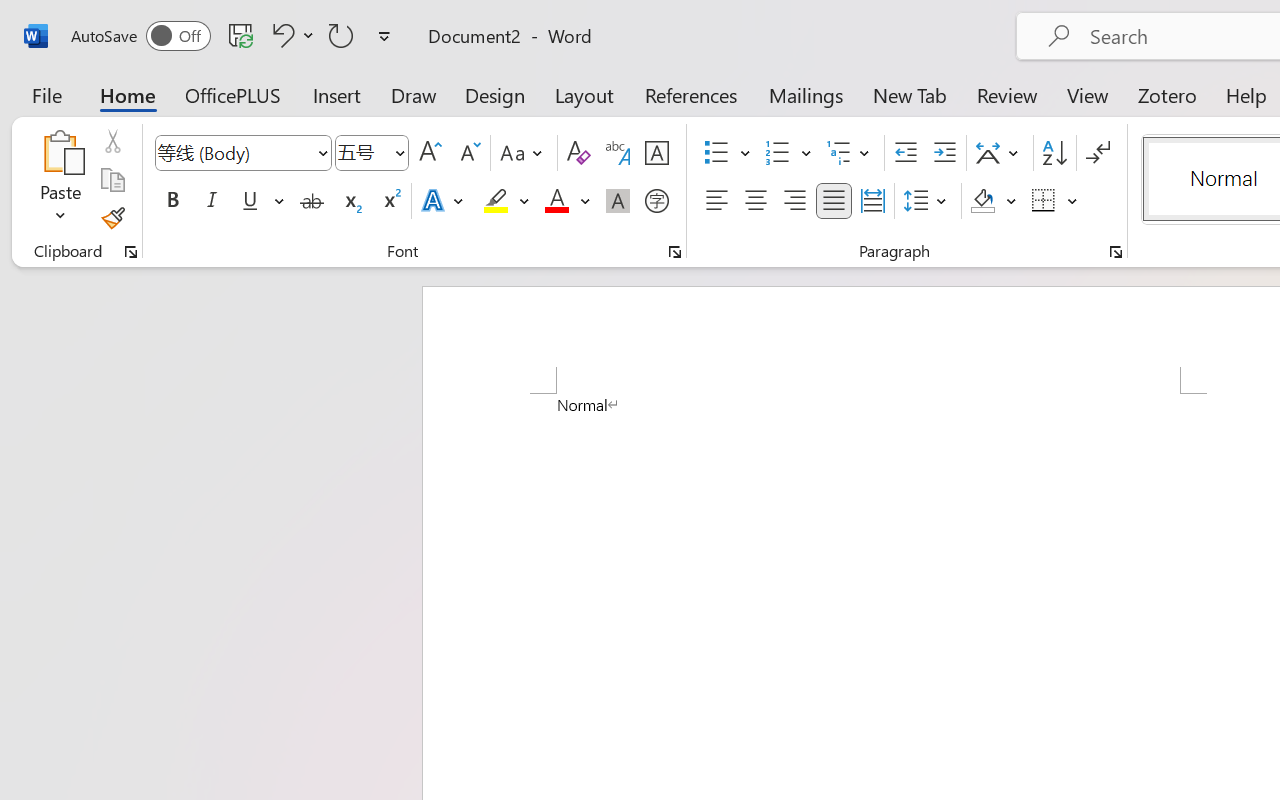  What do you see at coordinates (111, 218) in the screenshot?
I see `'Format Painter'` at bounding box center [111, 218].